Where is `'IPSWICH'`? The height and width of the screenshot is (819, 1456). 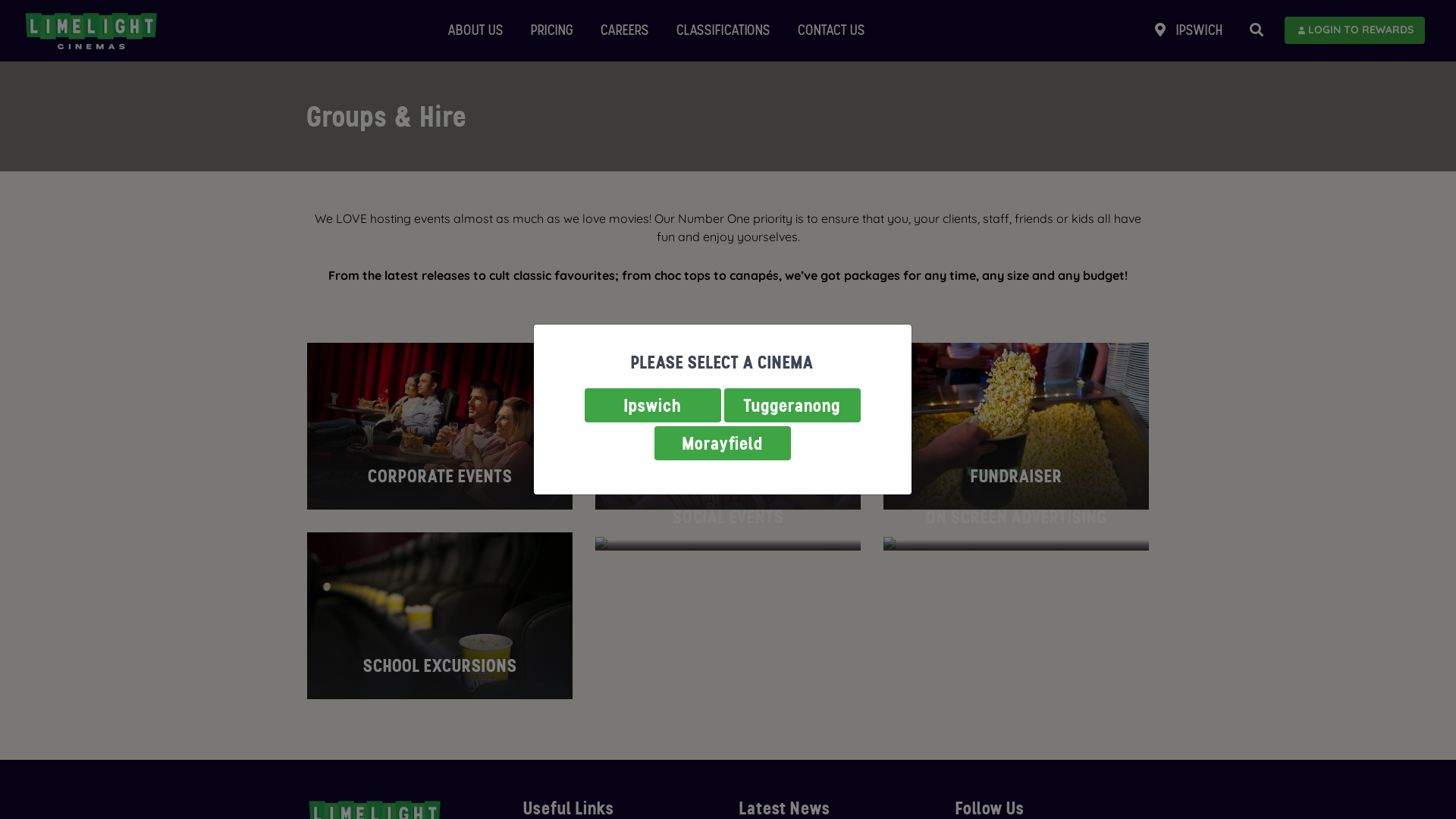 'IPSWICH' is located at coordinates (1188, 30).